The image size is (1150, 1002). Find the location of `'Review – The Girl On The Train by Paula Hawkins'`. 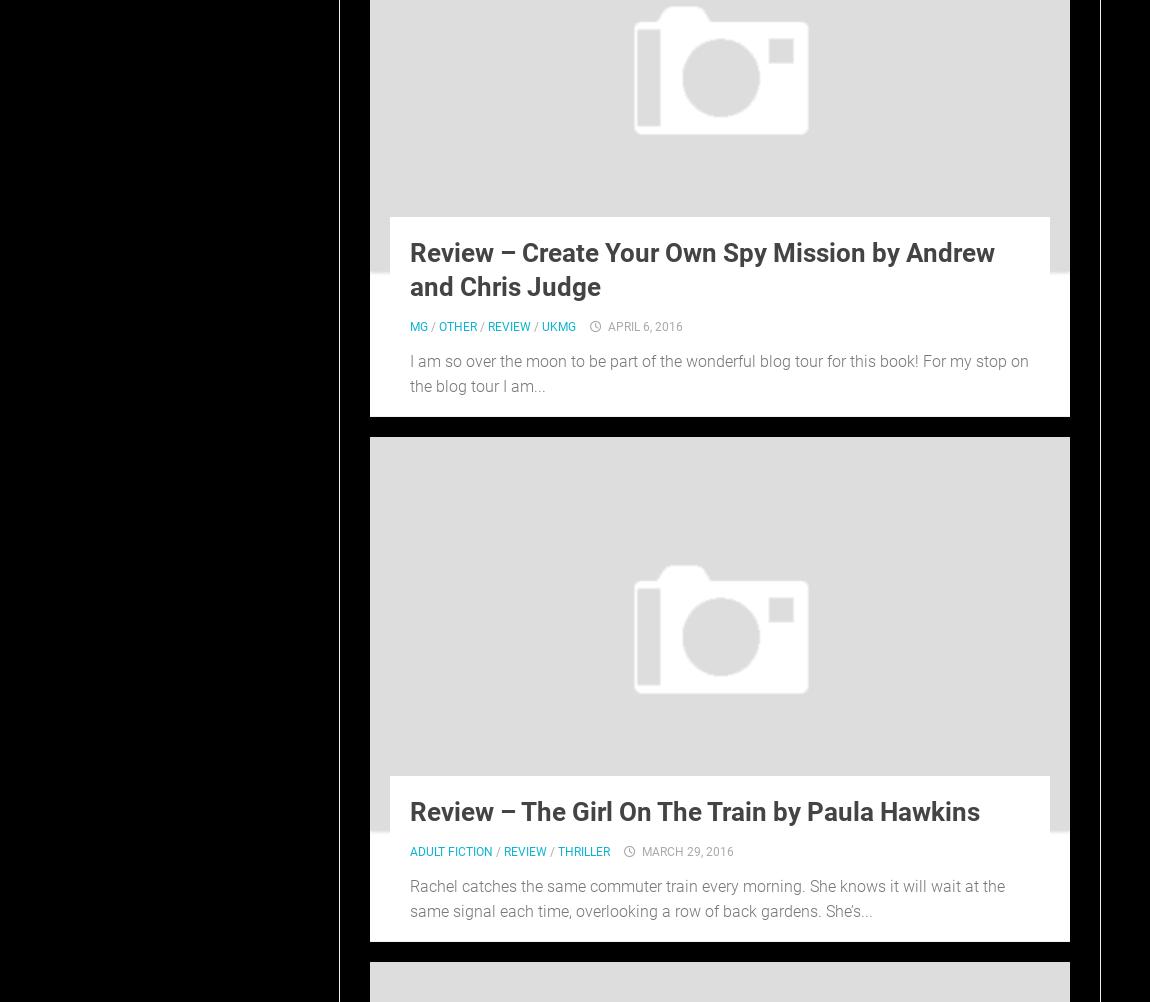

'Review – The Girl On The Train by Paula Hawkins' is located at coordinates (409, 810).